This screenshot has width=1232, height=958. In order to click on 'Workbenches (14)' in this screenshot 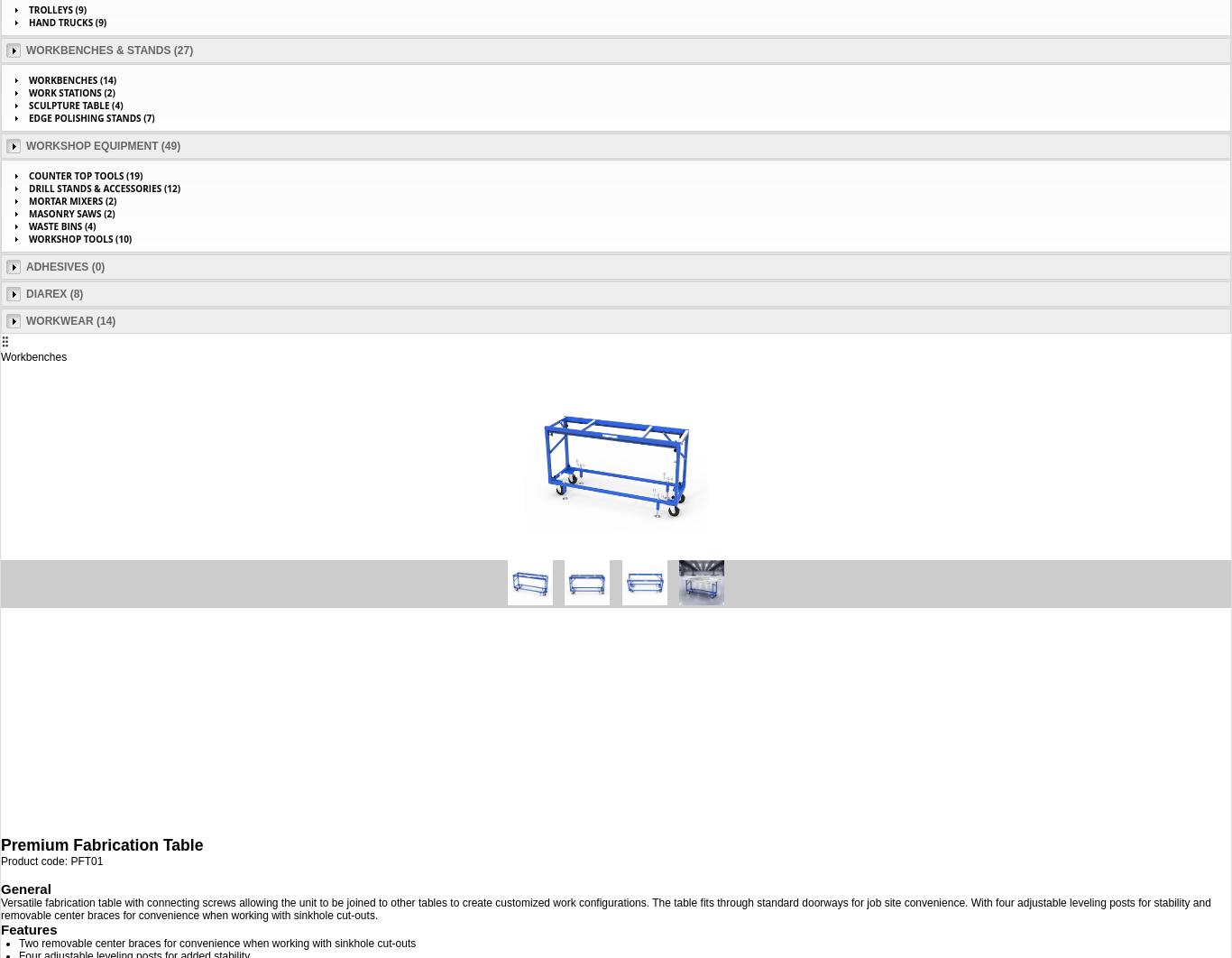, I will do `click(72, 79)`.